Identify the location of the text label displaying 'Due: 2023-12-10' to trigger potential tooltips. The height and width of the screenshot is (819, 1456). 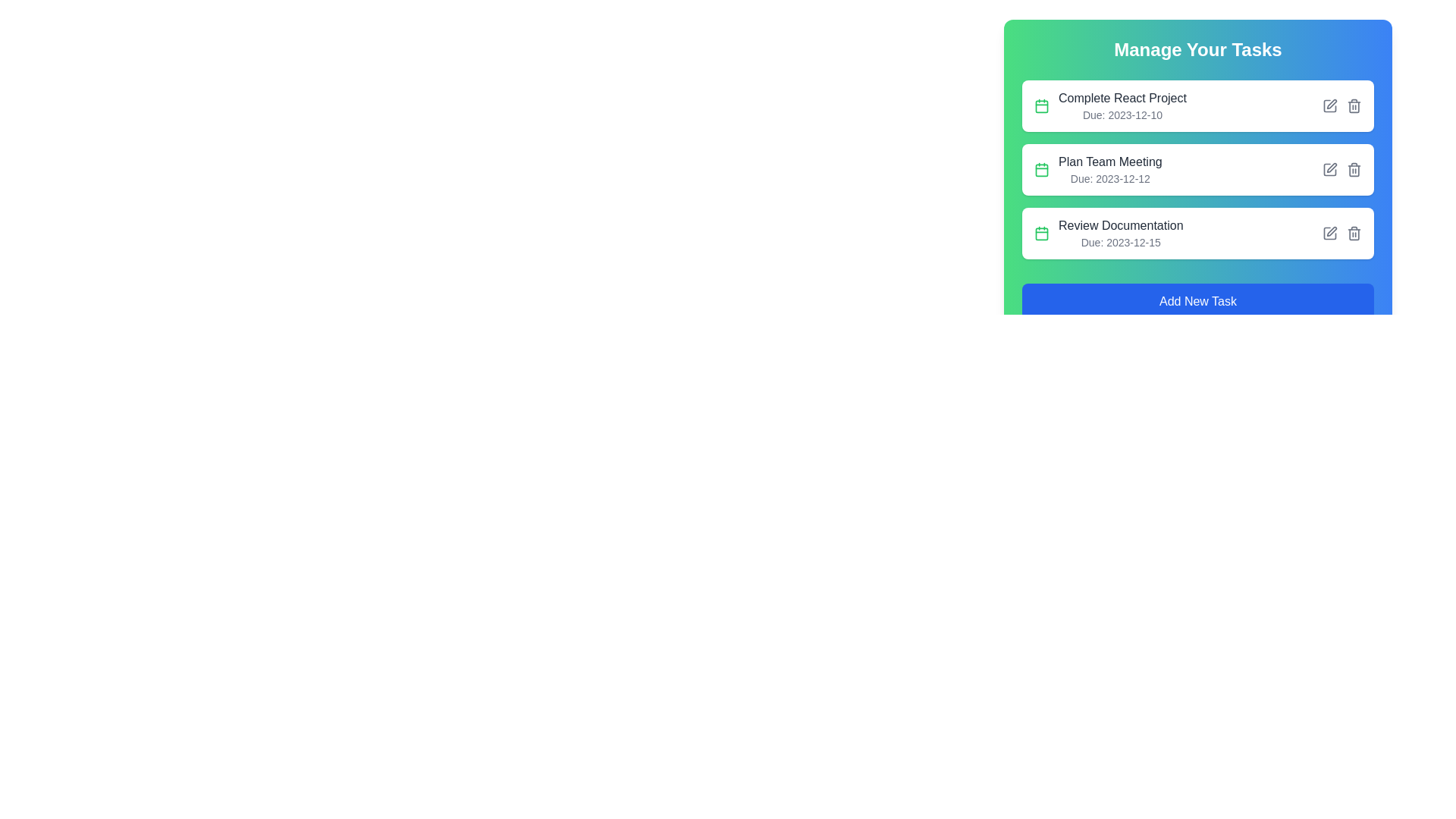
(1122, 114).